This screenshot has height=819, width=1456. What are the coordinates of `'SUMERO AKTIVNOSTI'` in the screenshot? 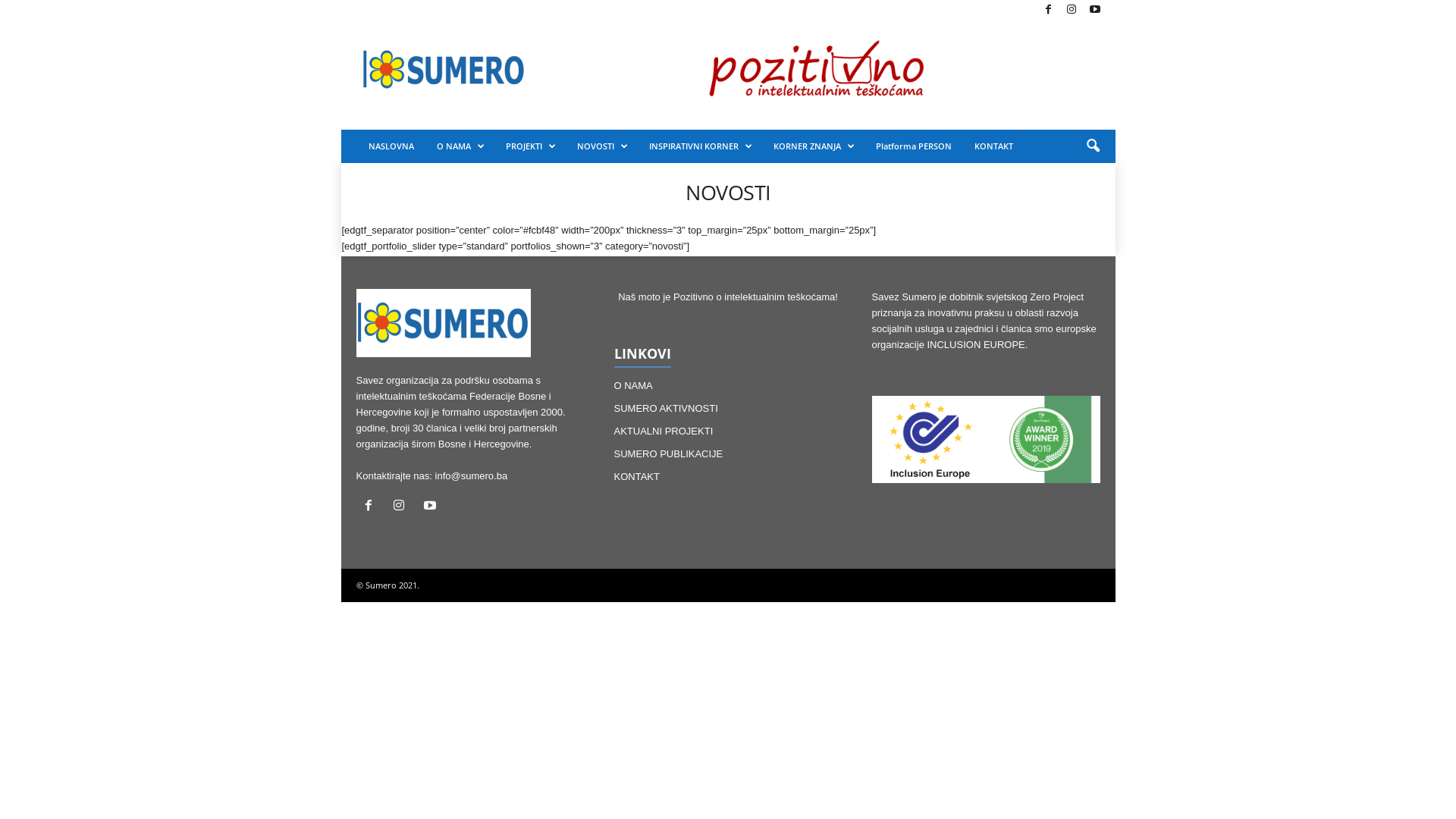 It's located at (614, 407).